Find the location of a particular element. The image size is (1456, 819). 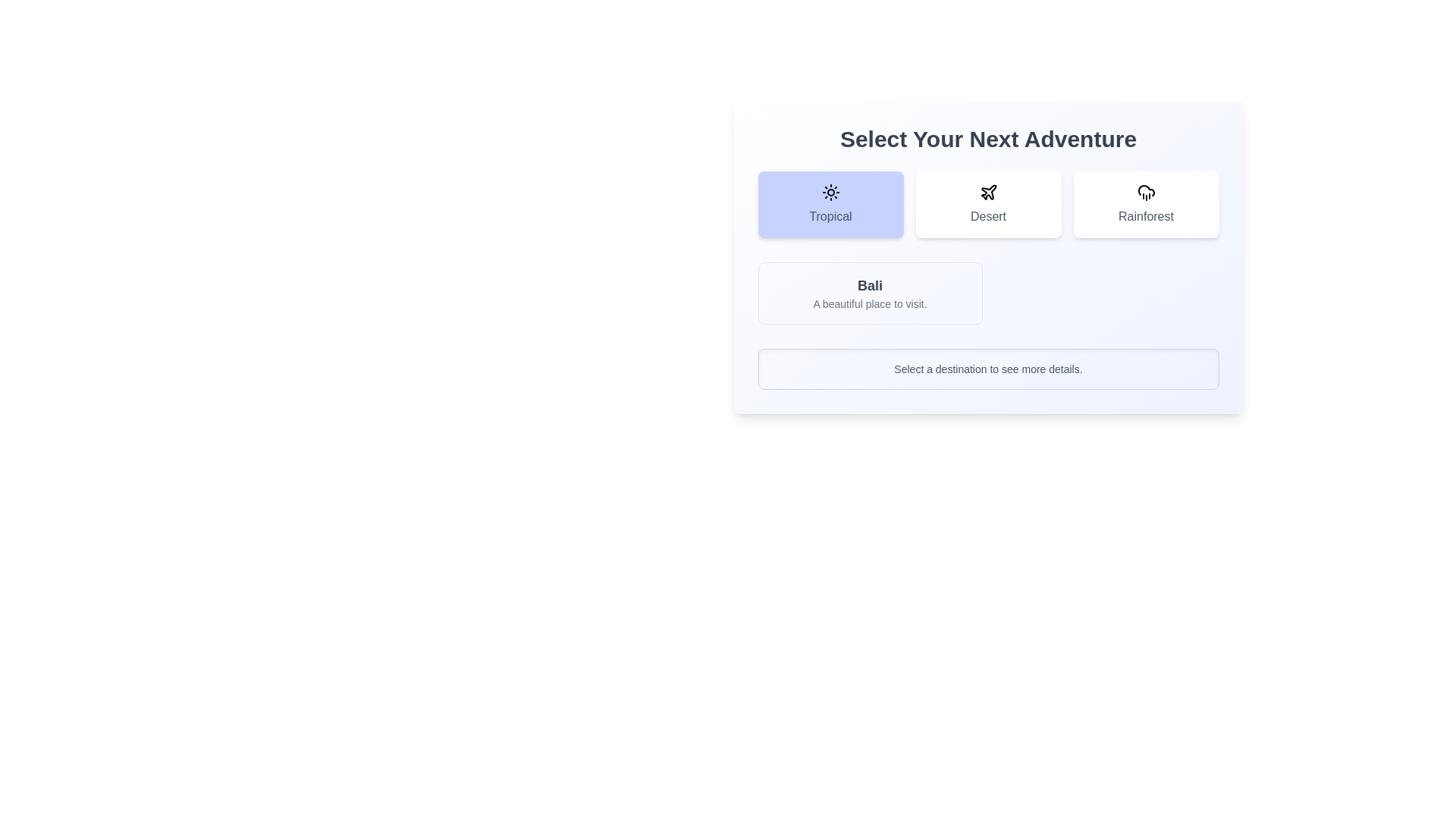

the informational text box located at the bottom of the 'Select Your Next Adventure' section, positioned directly below the 'Bali' choice is located at coordinates (988, 369).